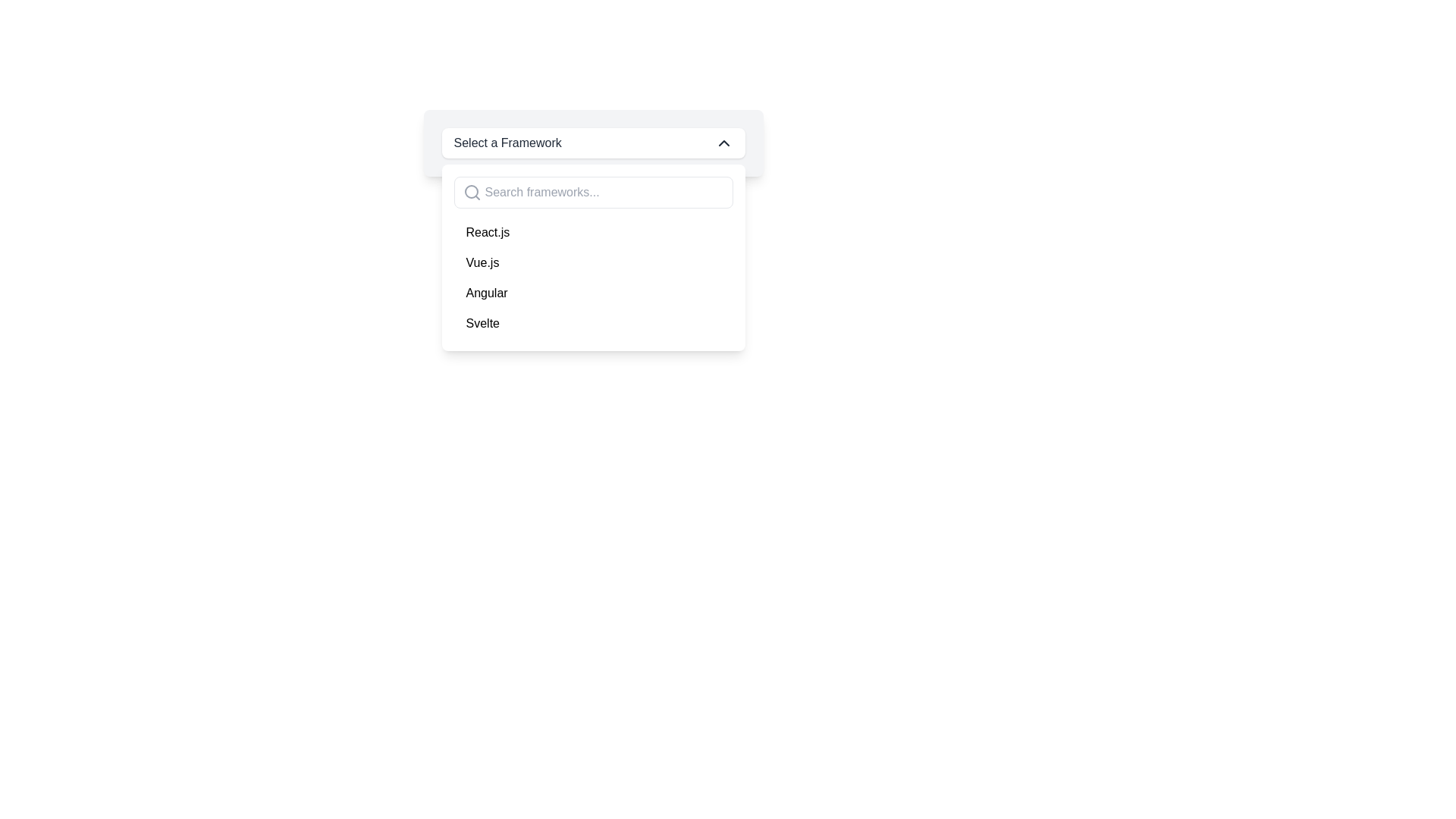  I want to click on the second entry in the dropdown menu for selecting frameworks, which changes the selected framework to 'Vue.js', so click(482, 262).